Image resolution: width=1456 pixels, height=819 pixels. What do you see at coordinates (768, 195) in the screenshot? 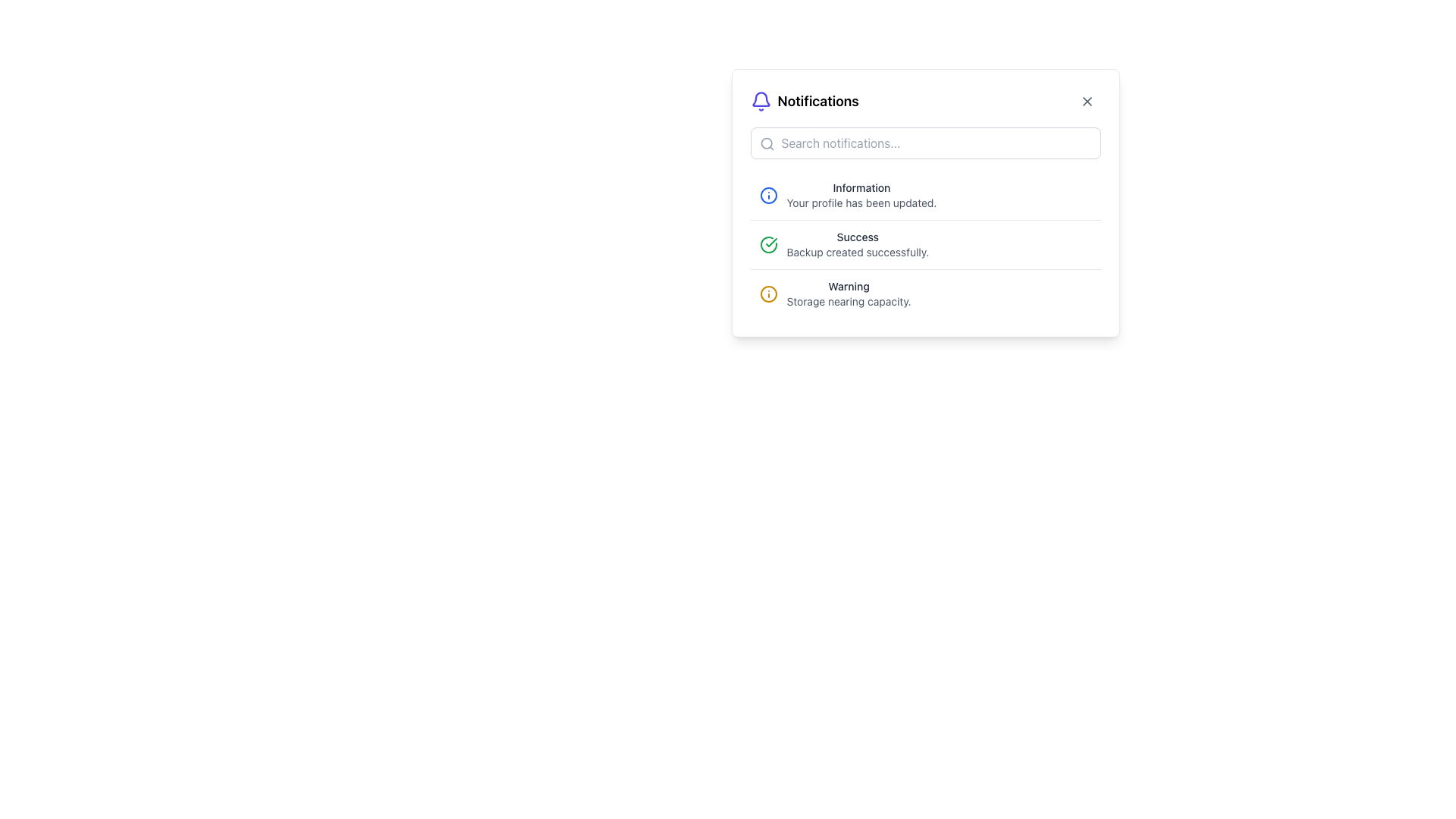
I see `the empty circular outline SVG element that represents the information icon, located to the left of the 'Information' text in the notifications list` at bounding box center [768, 195].